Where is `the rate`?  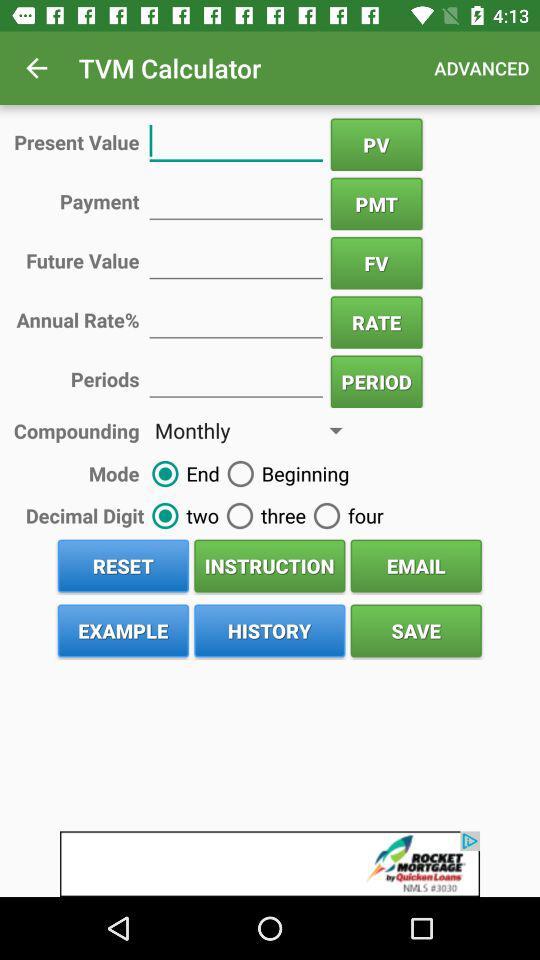
the rate is located at coordinates (235, 319).